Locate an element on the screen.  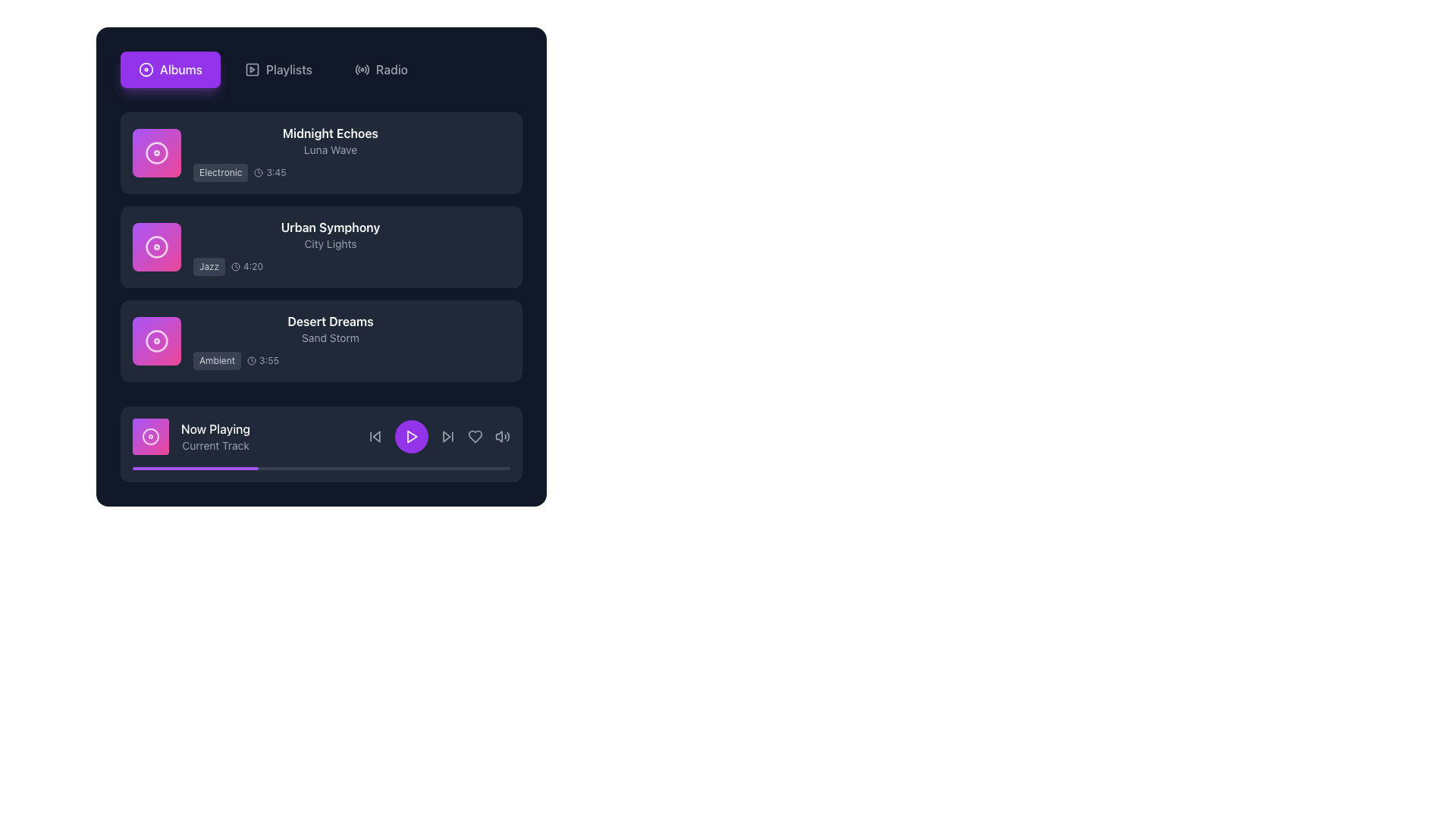
the play button located in the control bar of the music player, positioned between the skip backward icon and the favorite icon is located at coordinates (446, 436).